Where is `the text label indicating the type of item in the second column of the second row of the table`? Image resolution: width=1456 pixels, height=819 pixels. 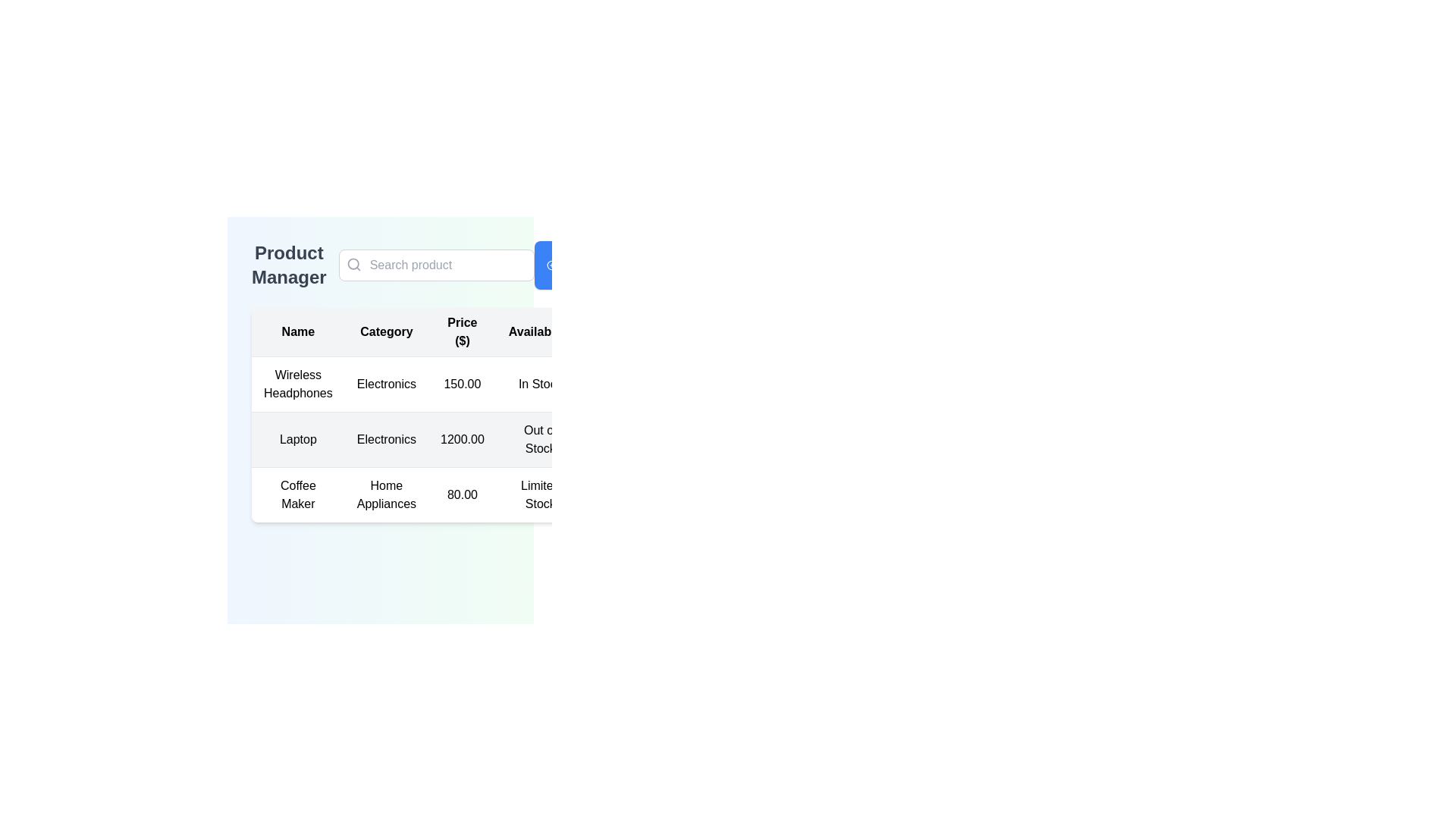 the text label indicating the type of item in the second column of the second row of the table is located at coordinates (386, 439).